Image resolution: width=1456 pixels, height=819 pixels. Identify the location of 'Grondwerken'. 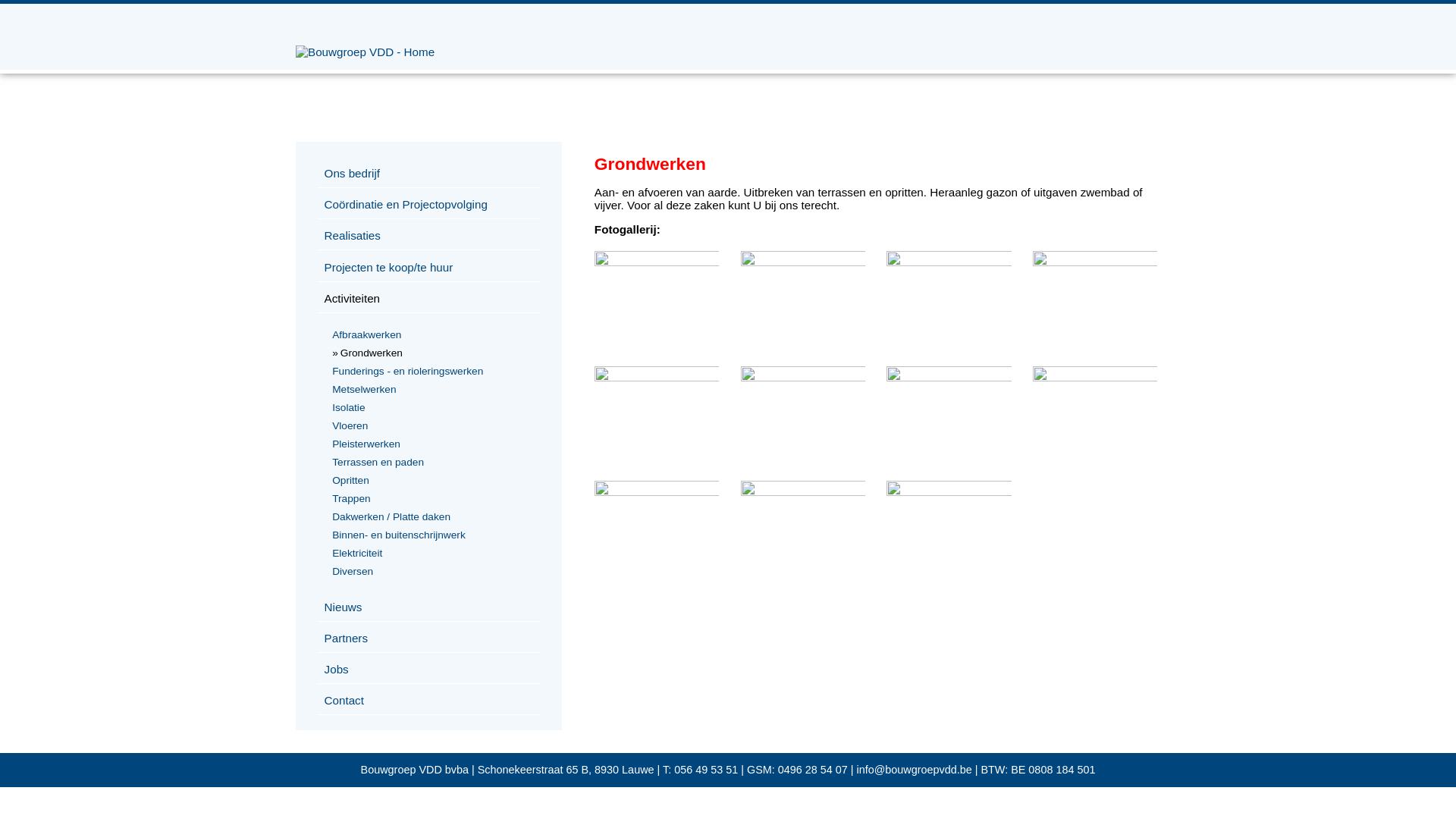
(802, 376).